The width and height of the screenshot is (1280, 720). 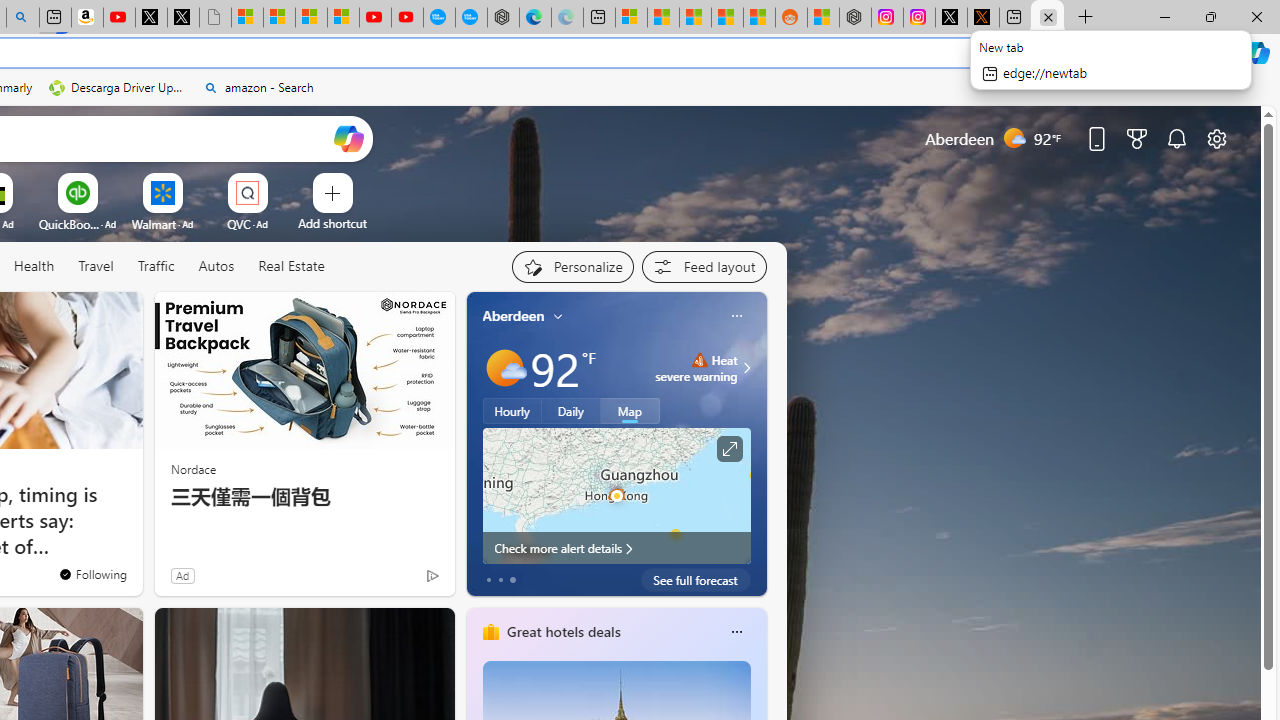 I want to click on 'tab-2', so click(x=512, y=579).